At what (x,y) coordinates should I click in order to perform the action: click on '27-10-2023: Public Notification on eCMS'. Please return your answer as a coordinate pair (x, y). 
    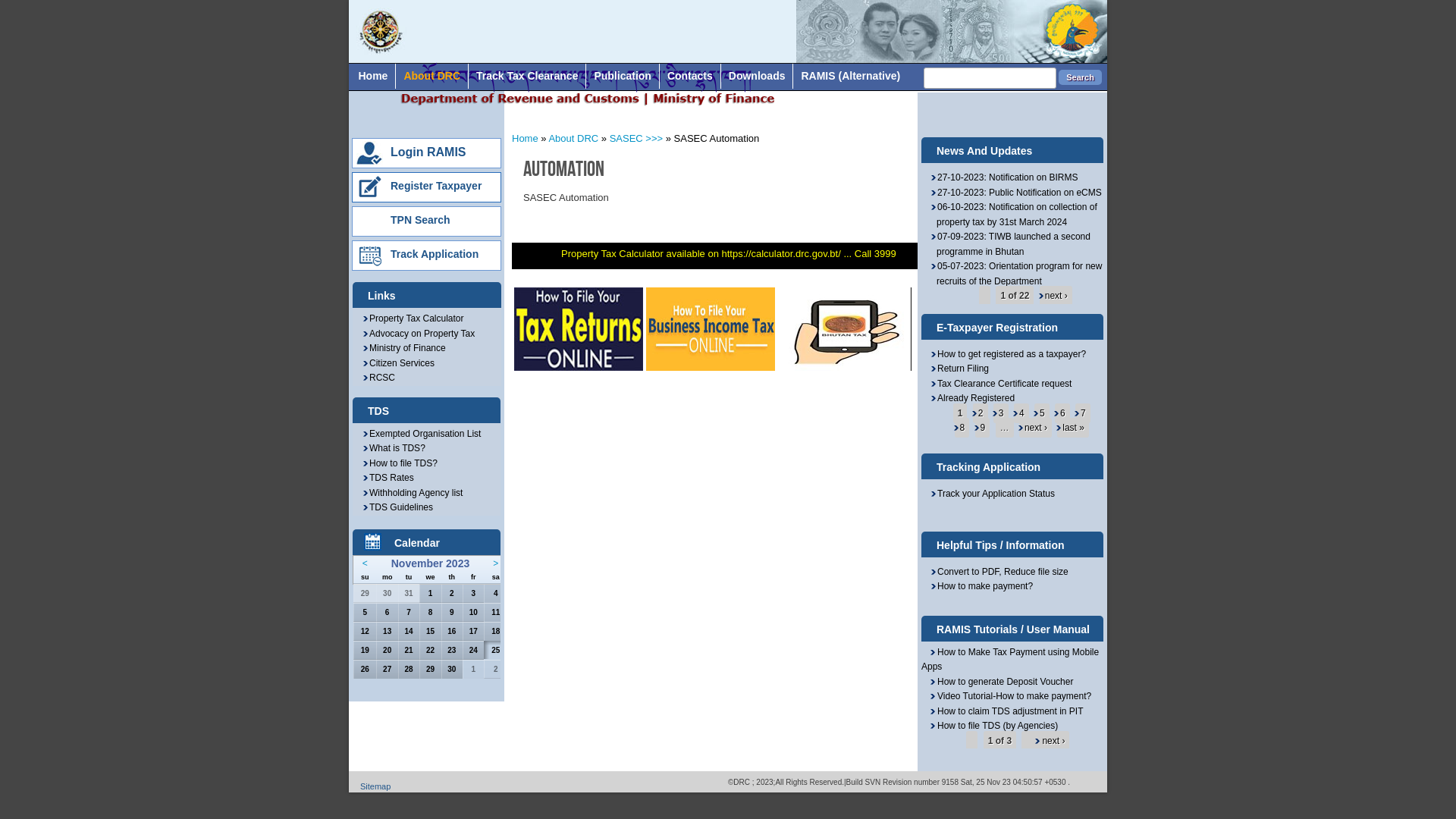
    Looking at the image, I should click on (1015, 192).